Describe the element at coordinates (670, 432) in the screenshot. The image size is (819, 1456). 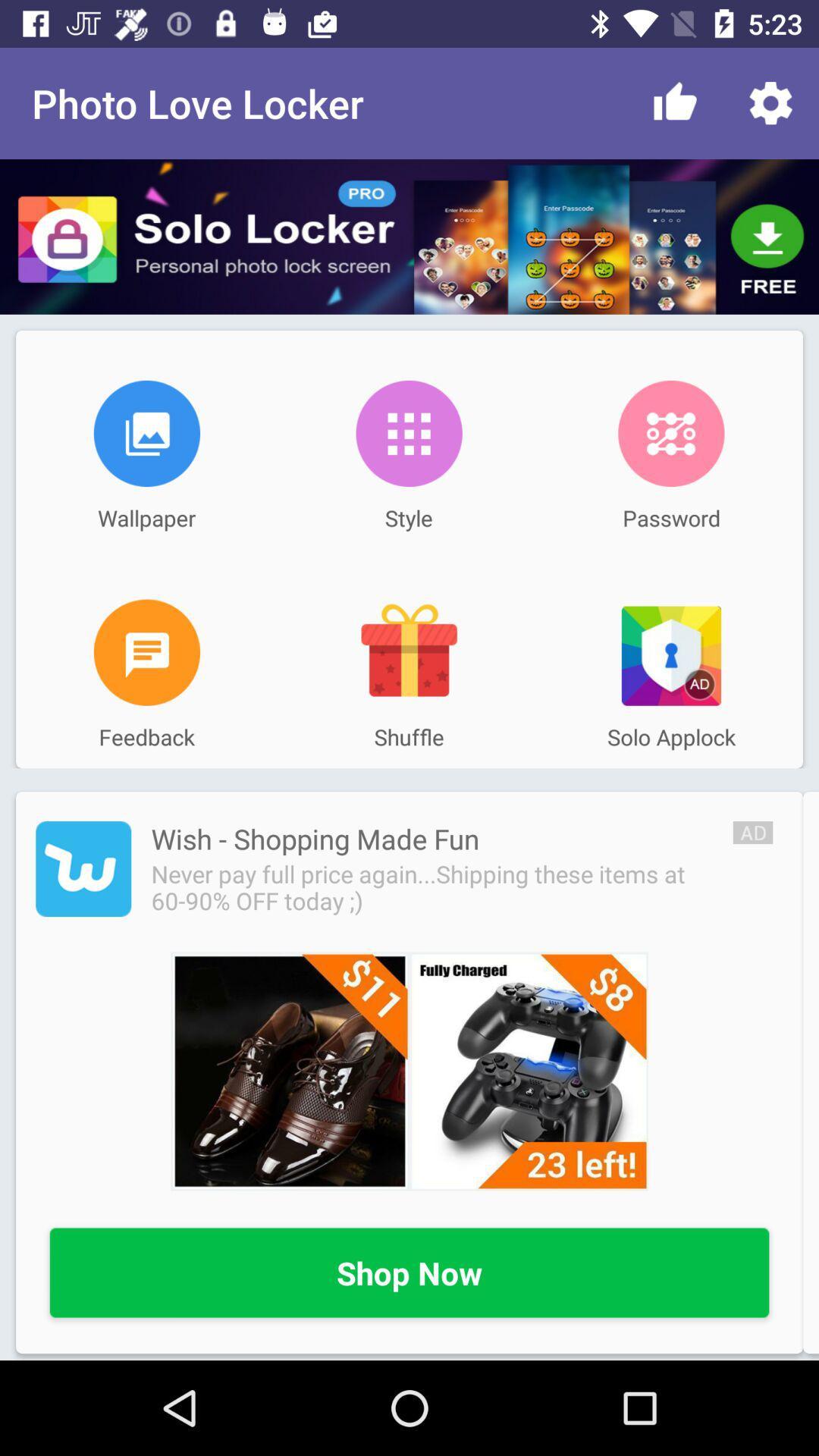
I see `set photo for password screen` at that location.